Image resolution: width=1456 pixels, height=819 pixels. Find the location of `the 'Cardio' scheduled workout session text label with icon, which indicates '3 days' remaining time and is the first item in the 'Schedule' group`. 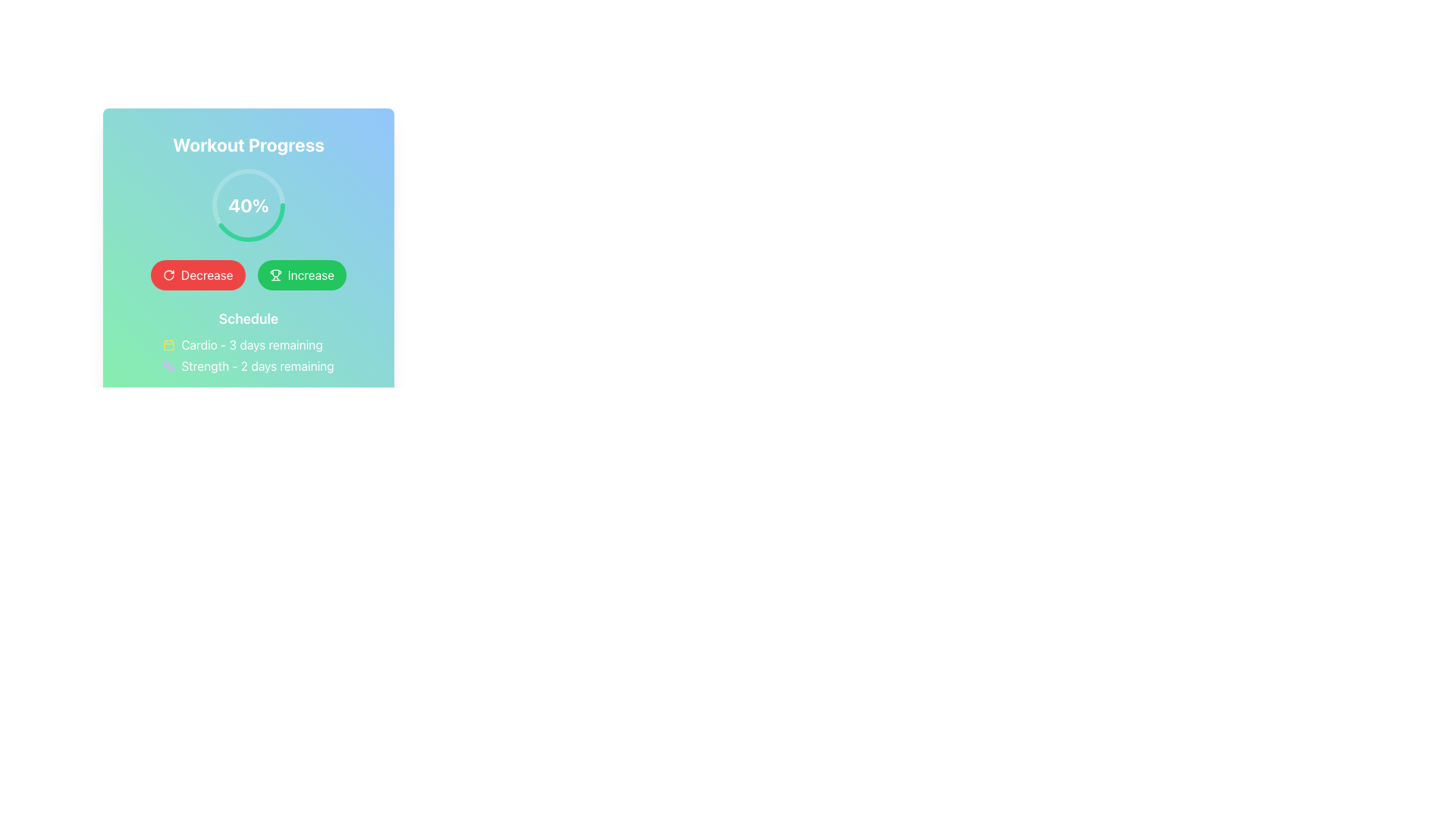

the 'Cardio' scheduled workout session text label with icon, which indicates '3 days' remaining time and is the first item in the 'Schedule' group is located at coordinates (248, 345).